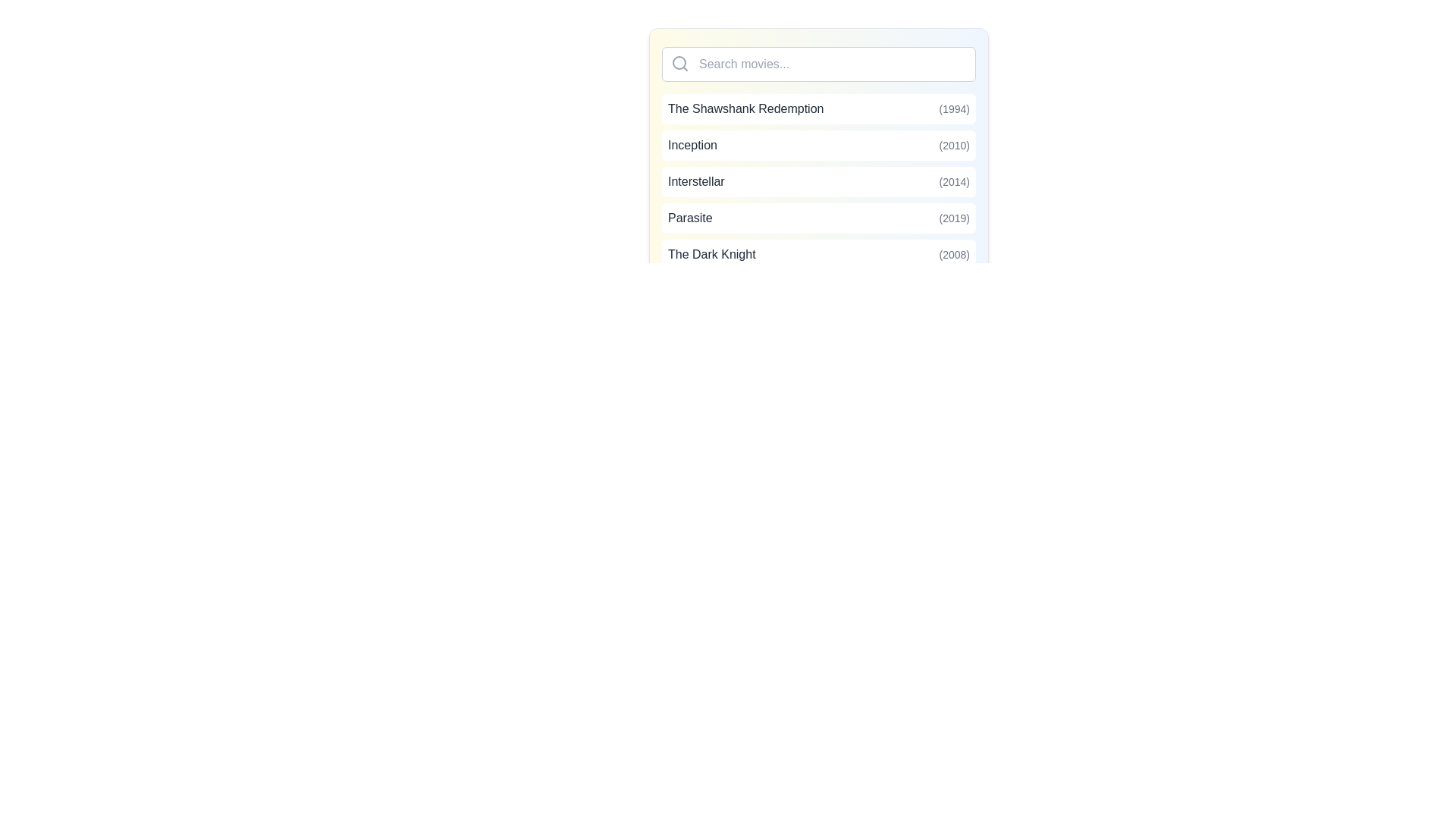  I want to click on the second item in the movie list representing 'Inception (2010)', so click(818, 146).